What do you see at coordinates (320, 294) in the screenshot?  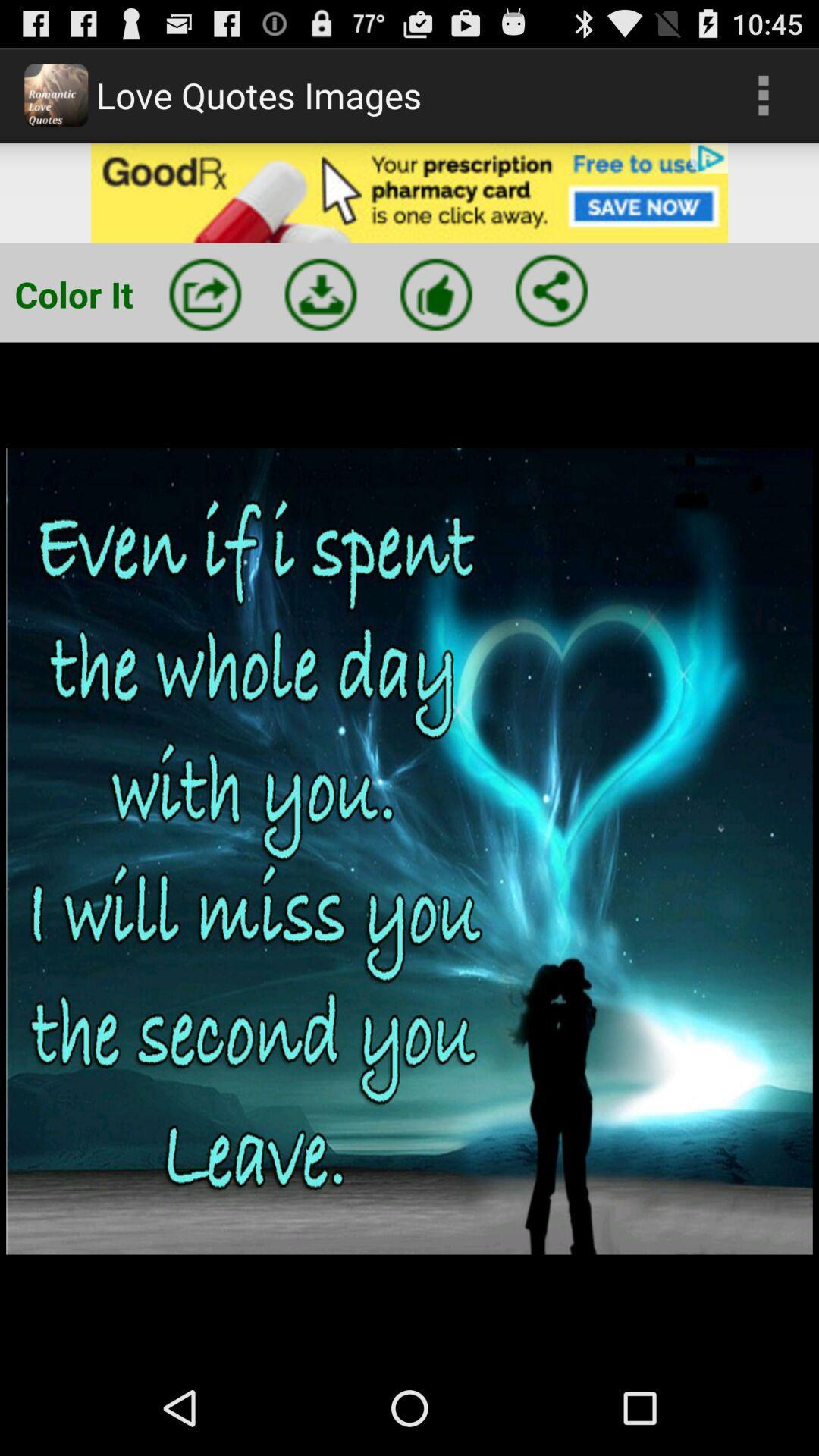 I see `archive button` at bounding box center [320, 294].